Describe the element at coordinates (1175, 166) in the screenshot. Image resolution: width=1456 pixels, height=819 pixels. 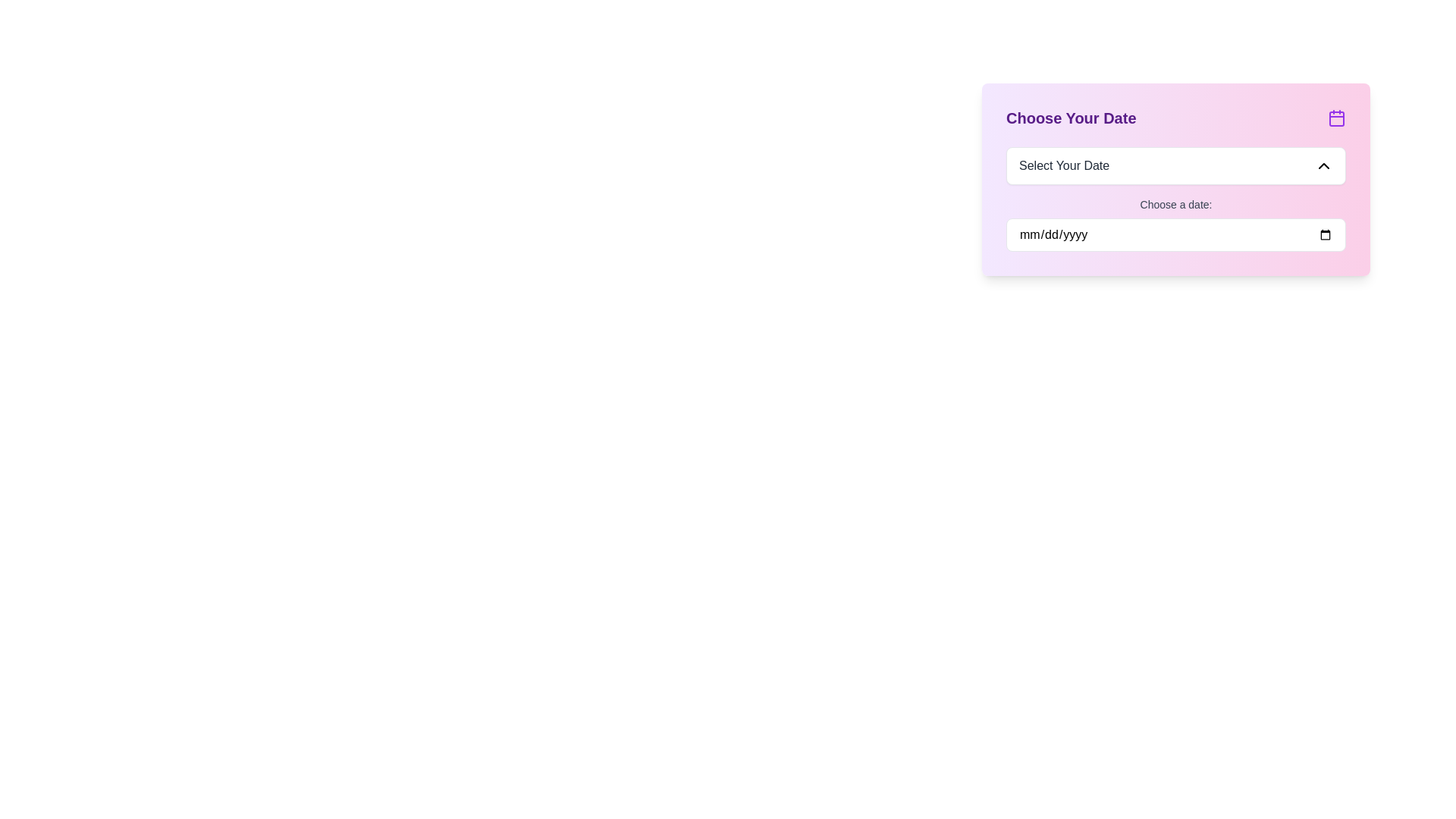
I see `the dropdown menu for date selection located beneath the title 'Choose Your Date' within a card-like structure` at that location.